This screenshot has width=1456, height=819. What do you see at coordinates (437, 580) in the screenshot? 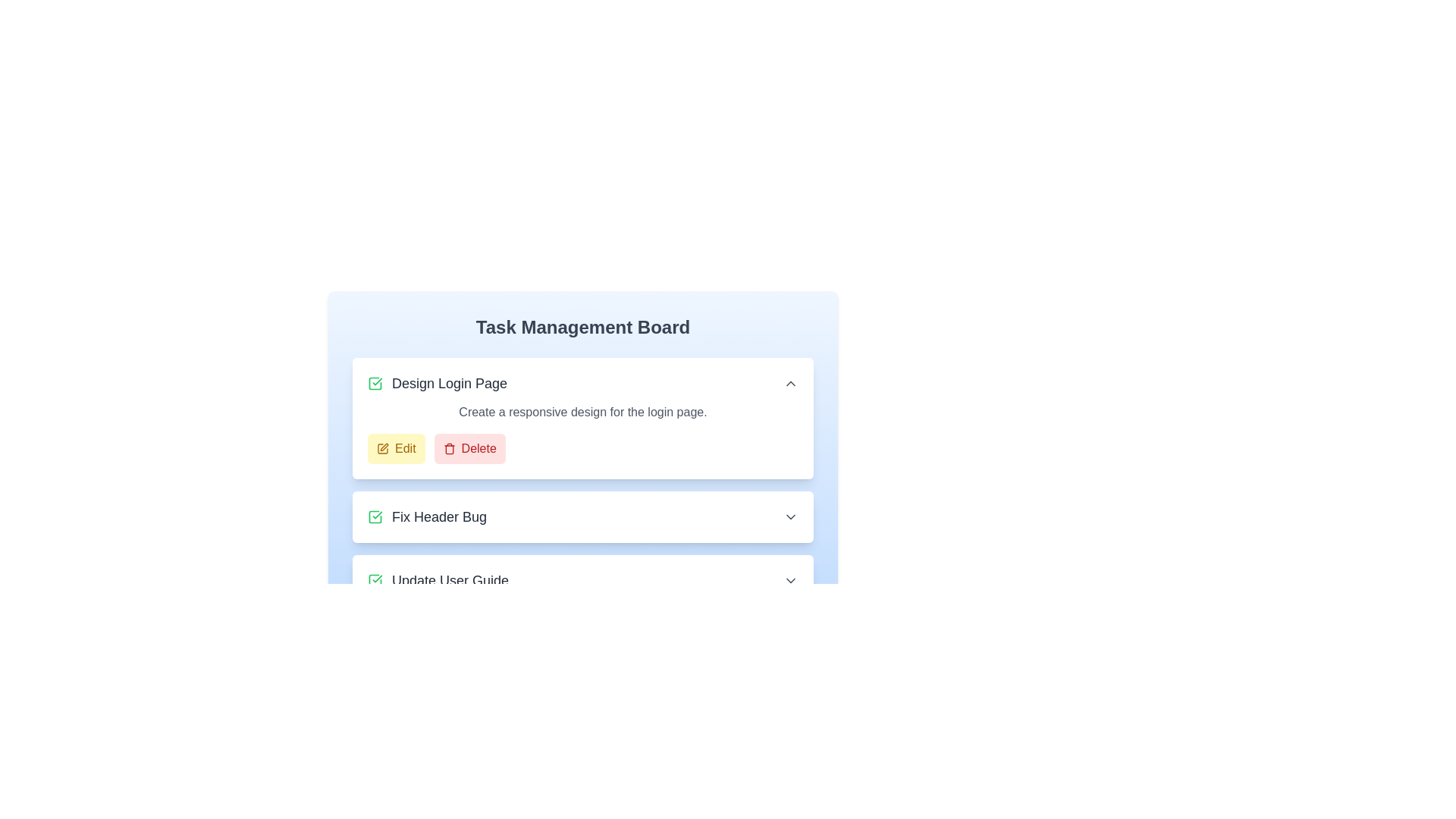
I see `the task with title 'Update User Guide'` at bounding box center [437, 580].